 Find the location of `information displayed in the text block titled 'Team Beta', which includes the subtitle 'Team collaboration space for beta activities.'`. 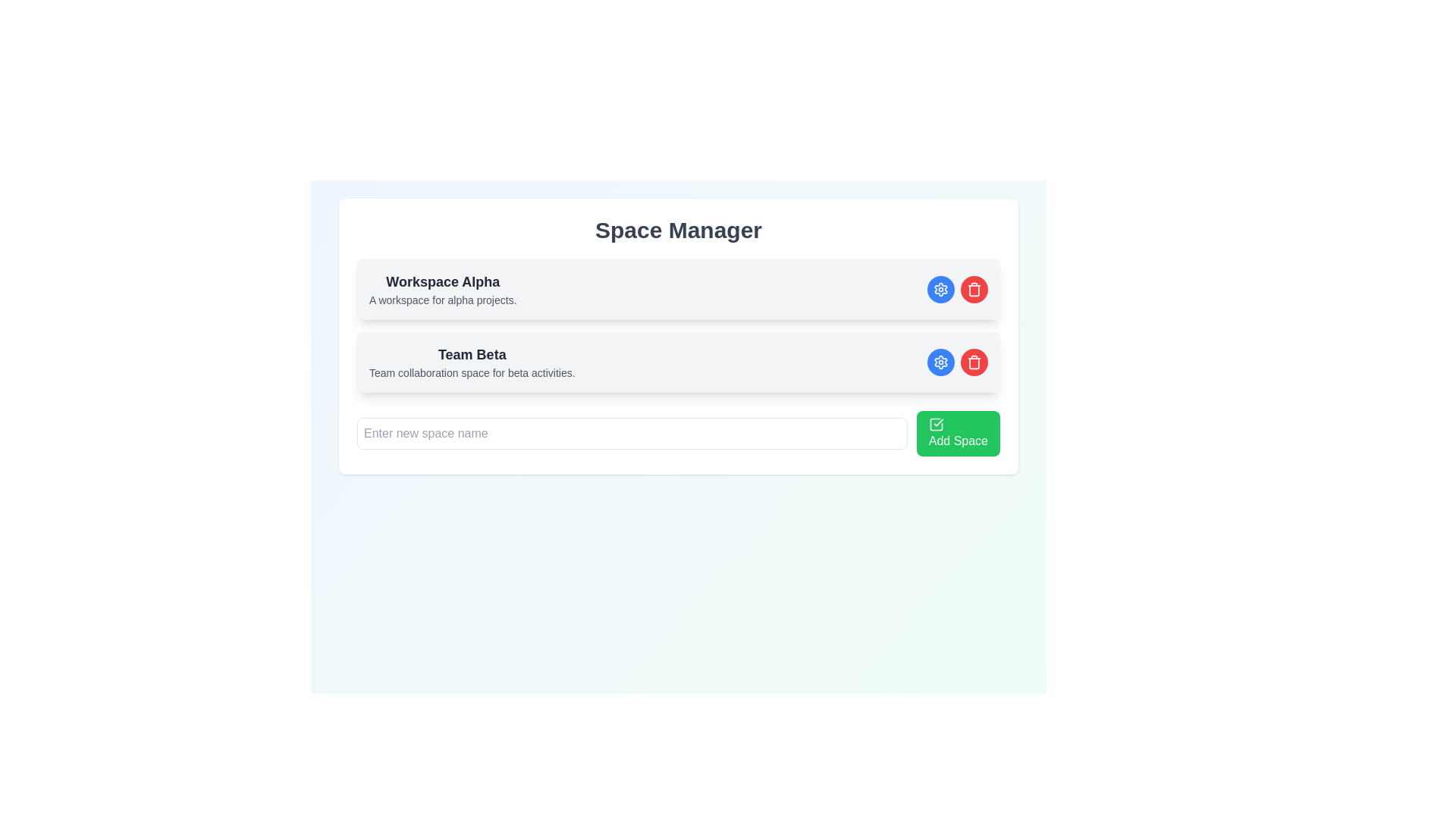

information displayed in the text block titled 'Team Beta', which includes the subtitle 'Team collaboration space for beta activities.' is located at coordinates (471, 362).